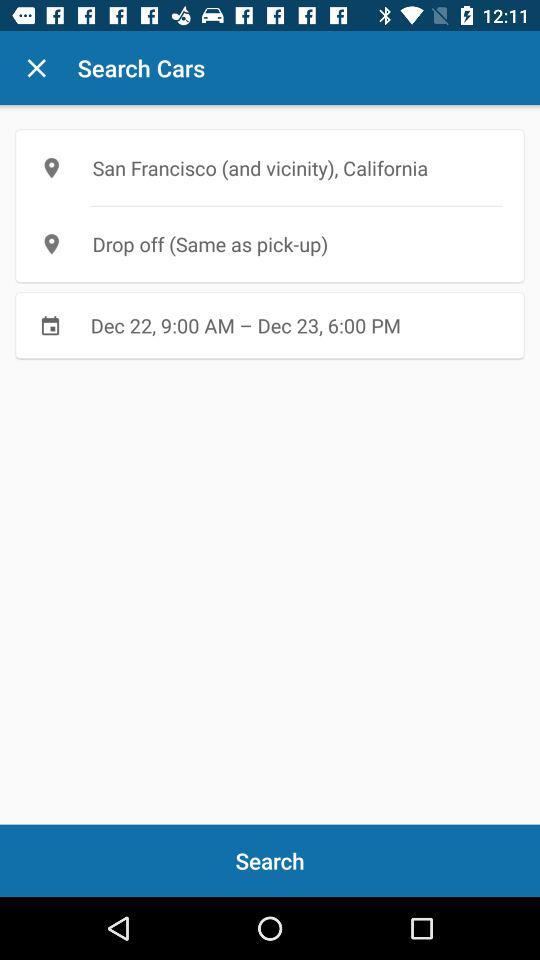 The image size is (540, 960). What do you see at coordinates (270, 167) in the screenshot?
I see `the san francisco and` at bounding box center [270, 167].